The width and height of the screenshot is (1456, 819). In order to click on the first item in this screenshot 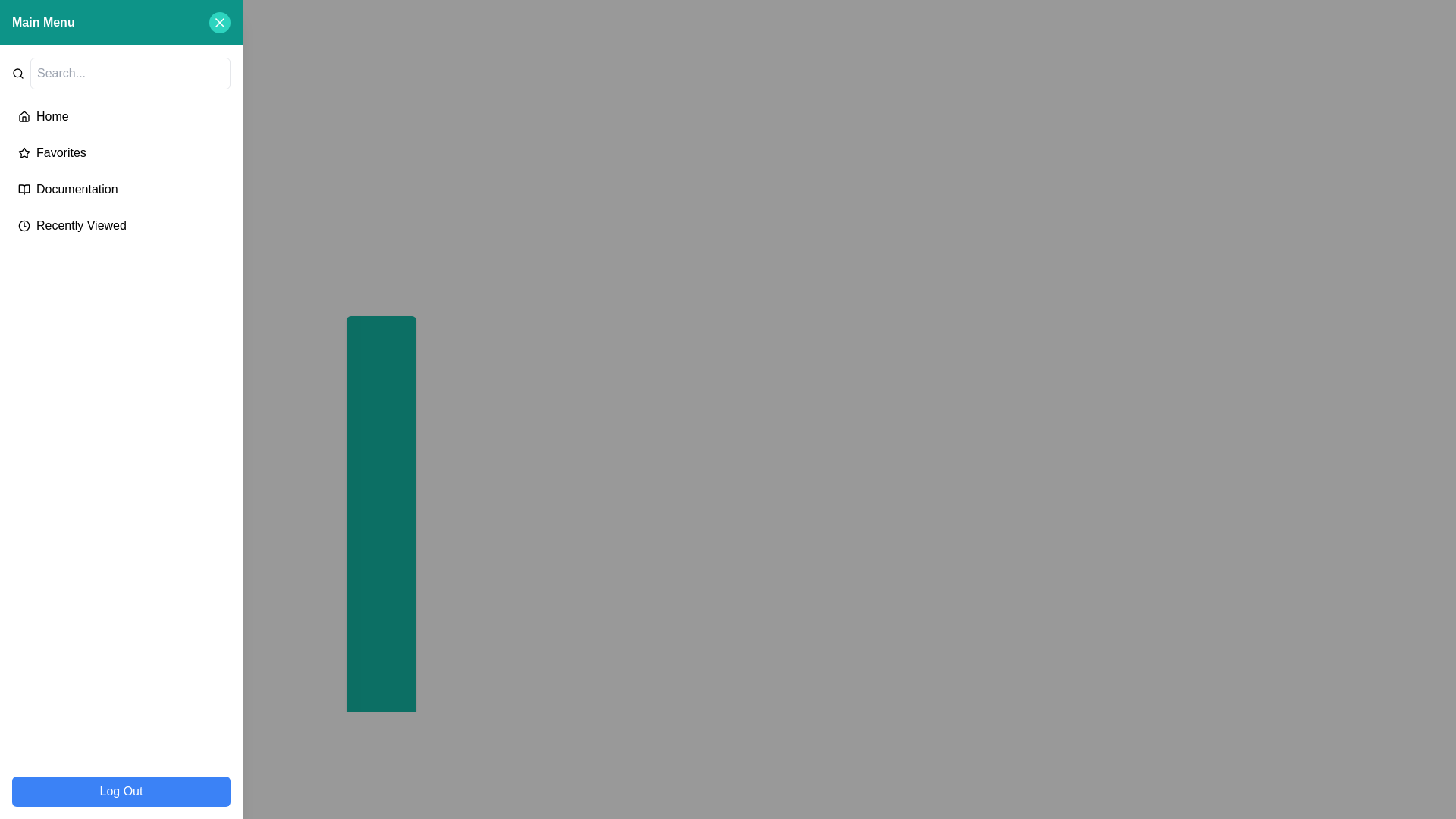, I will do `click(120, 116)`.